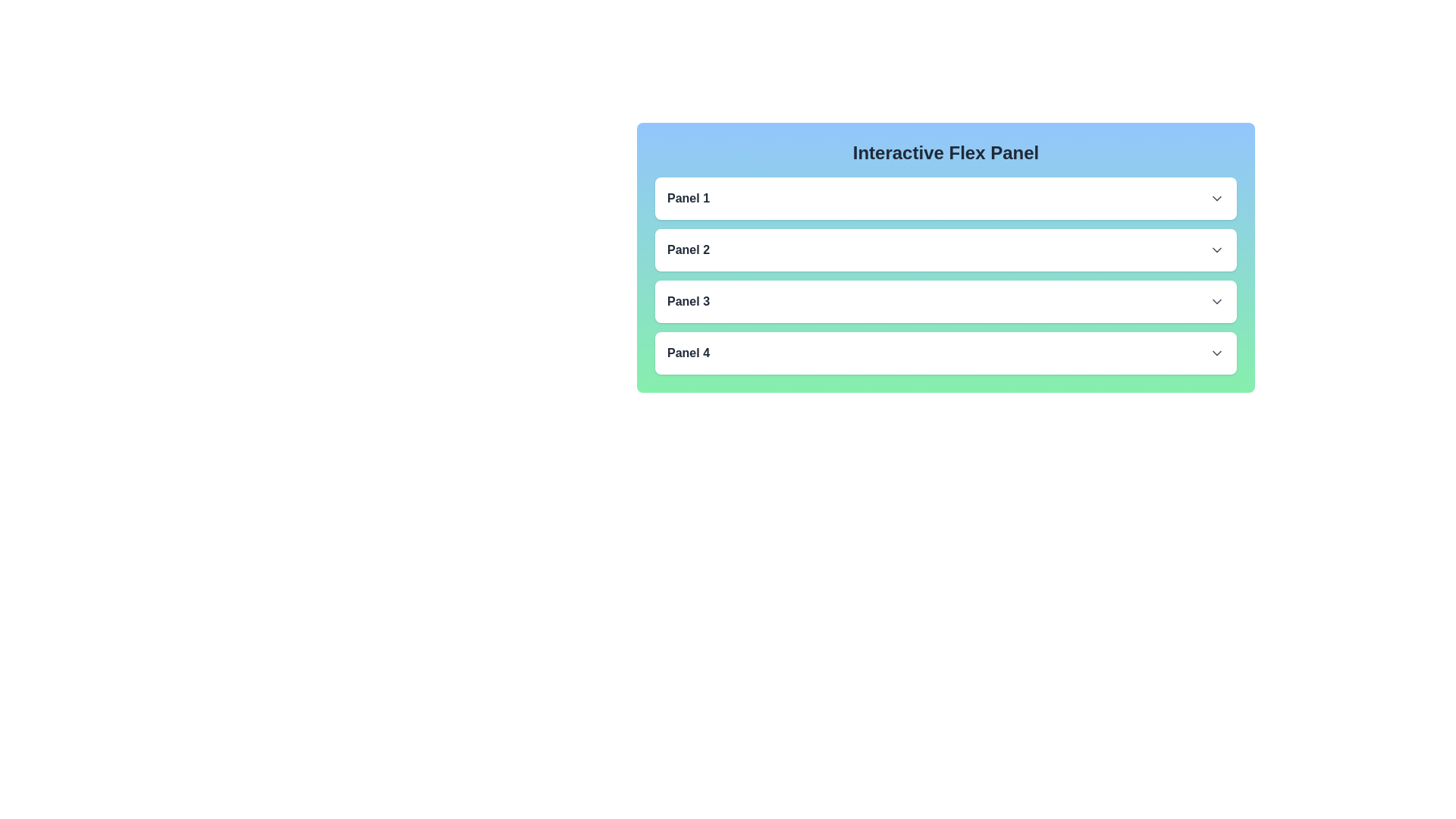 The image size is (1456, 819). What do you see at coordinates (1216, 249) in the screenshot?
I see `the downward-facing chevron arrow icon located at the far right of the 'Panel 2' section` at bounding box center [1216, 249].